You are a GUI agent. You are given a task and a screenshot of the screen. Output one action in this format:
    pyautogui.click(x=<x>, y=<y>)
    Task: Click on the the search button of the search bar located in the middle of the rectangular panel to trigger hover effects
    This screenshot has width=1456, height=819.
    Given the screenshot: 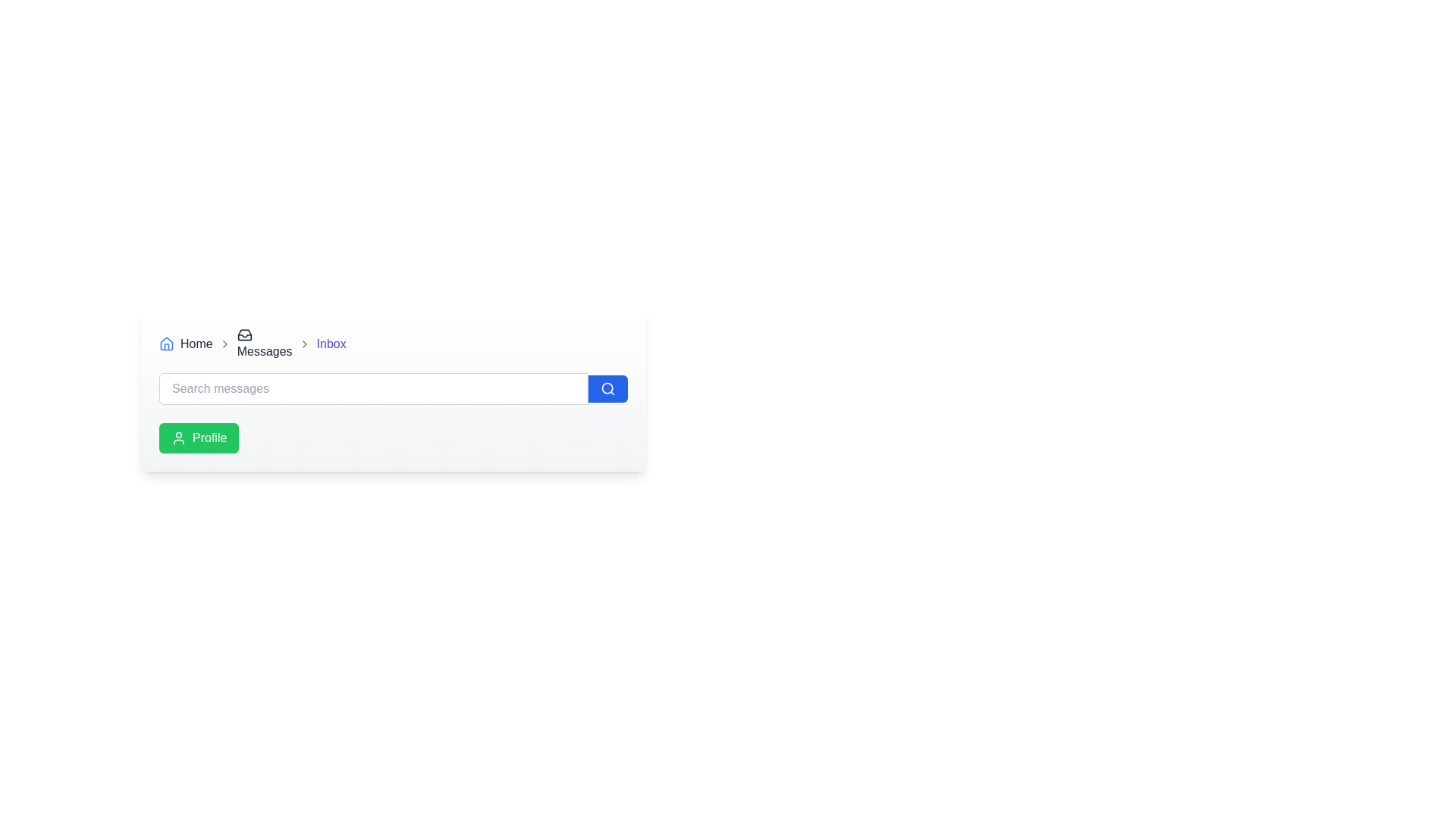 What is the action you would take?
    pyautogui.click(x=393, y=388)
    